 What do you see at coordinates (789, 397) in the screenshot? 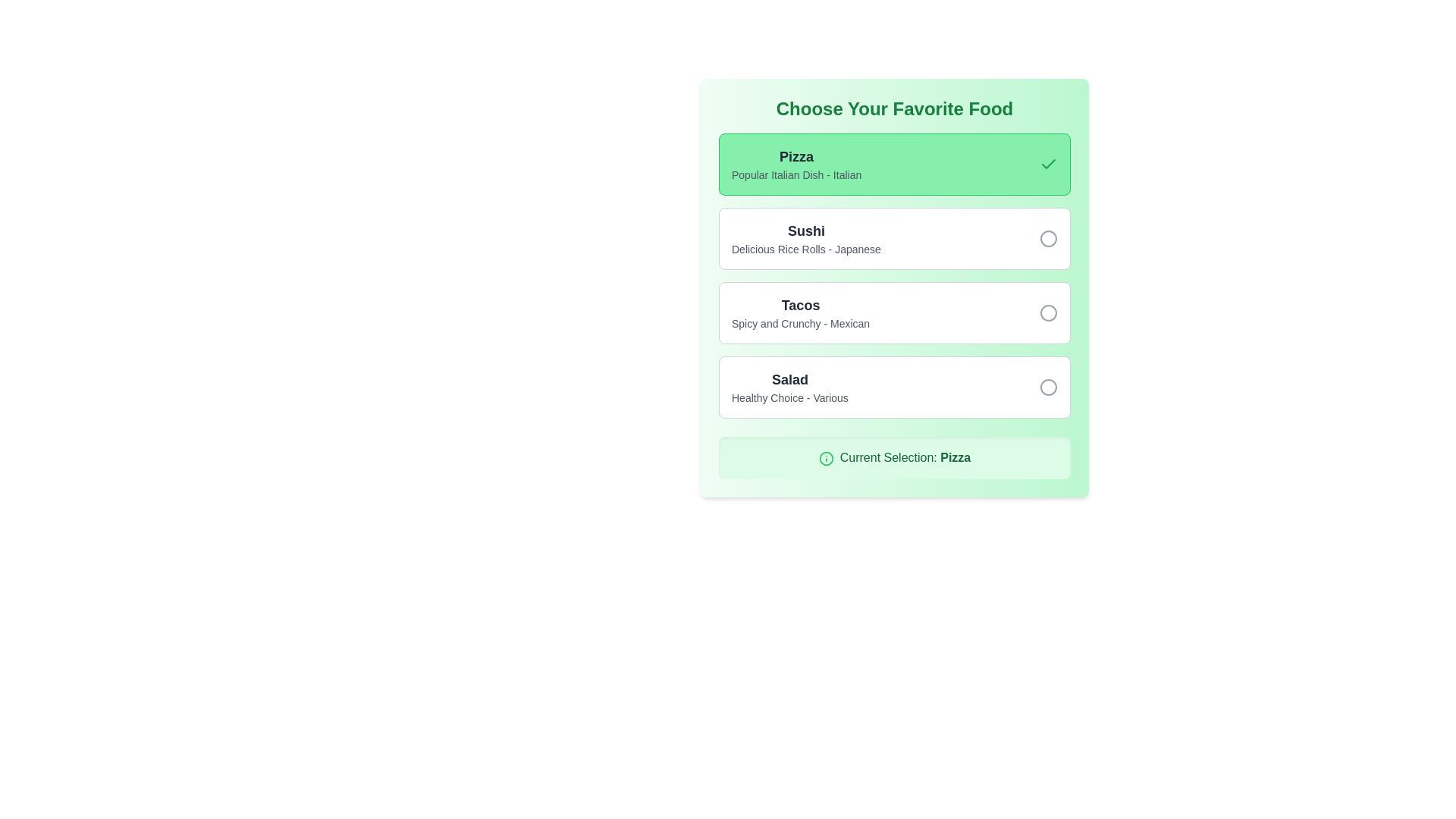
I see `the text label reading 'Healthy Choice - Various', which appears as a subtitle below the 'Salad' label in the fourth item card` at bounding box center [789, 397].